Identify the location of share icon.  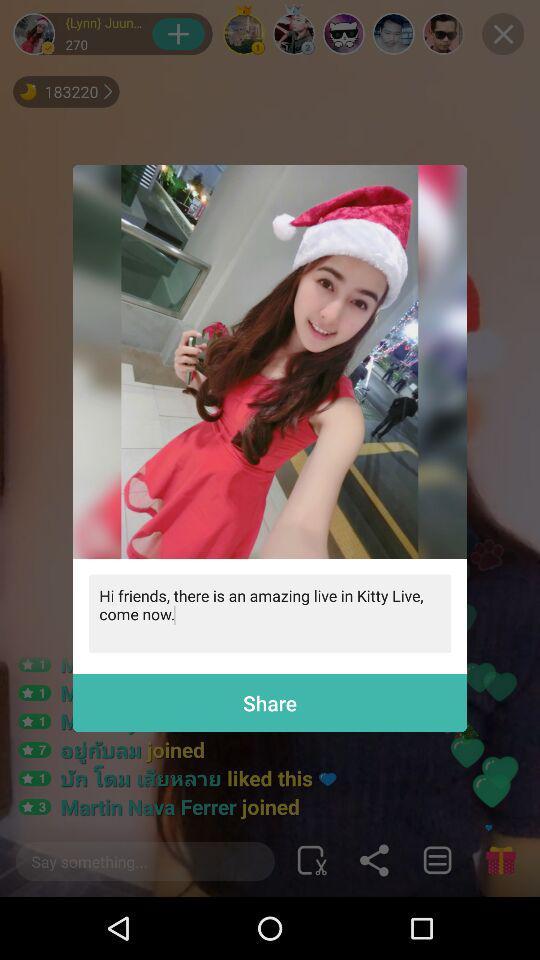
(270, 703).